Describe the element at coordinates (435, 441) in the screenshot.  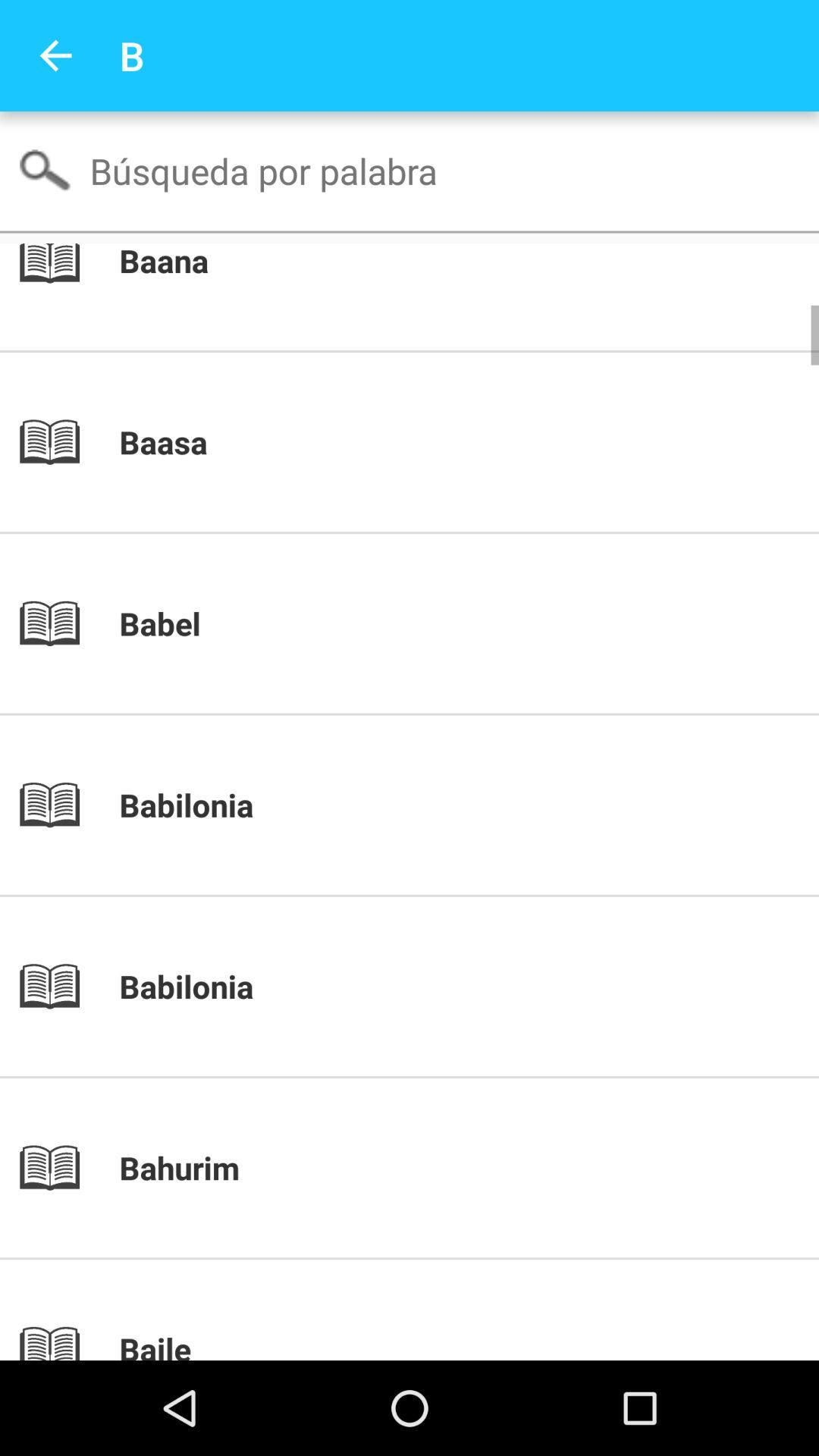
I see `baasa icon` at that location.